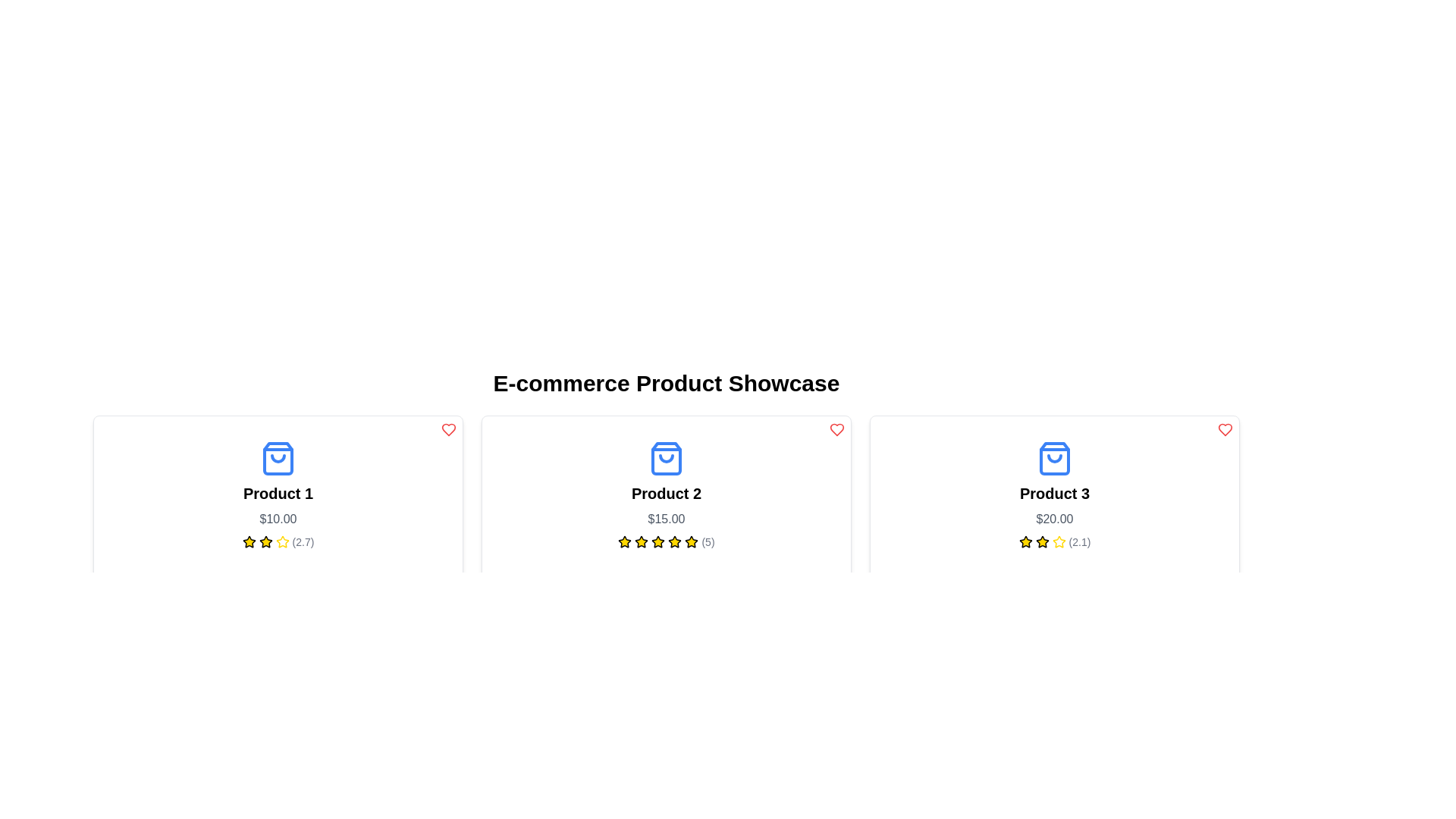 Image resolution: width=1456 pixels, height=819 pixels. What do you see at coordinates (642, 541) in the screenshot?
I see `the second star in the rating system for 'Product 2'` at bounding box center [642, 541].